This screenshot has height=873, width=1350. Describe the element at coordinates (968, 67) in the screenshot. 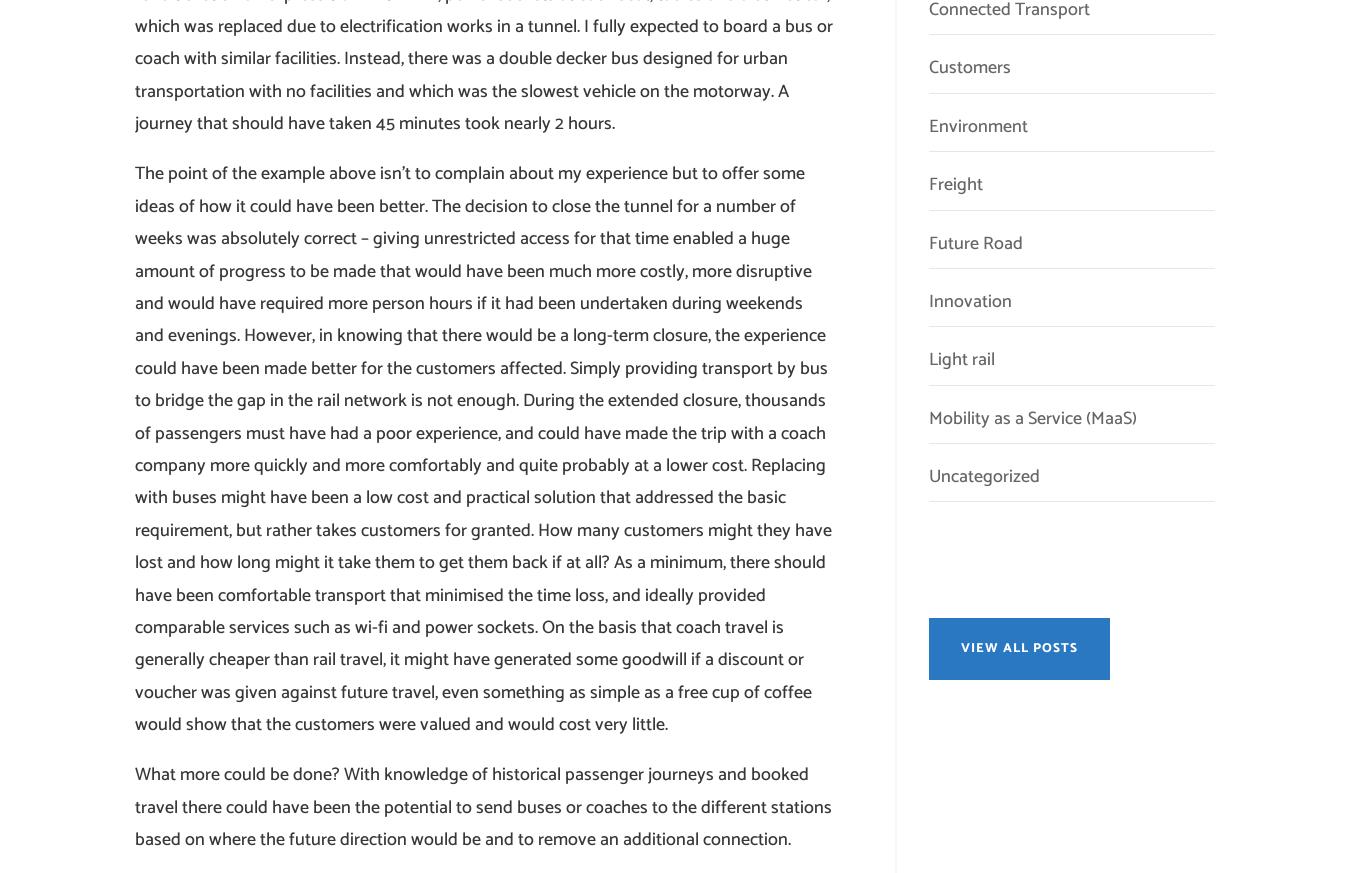

I see `'Customers'` at that location.